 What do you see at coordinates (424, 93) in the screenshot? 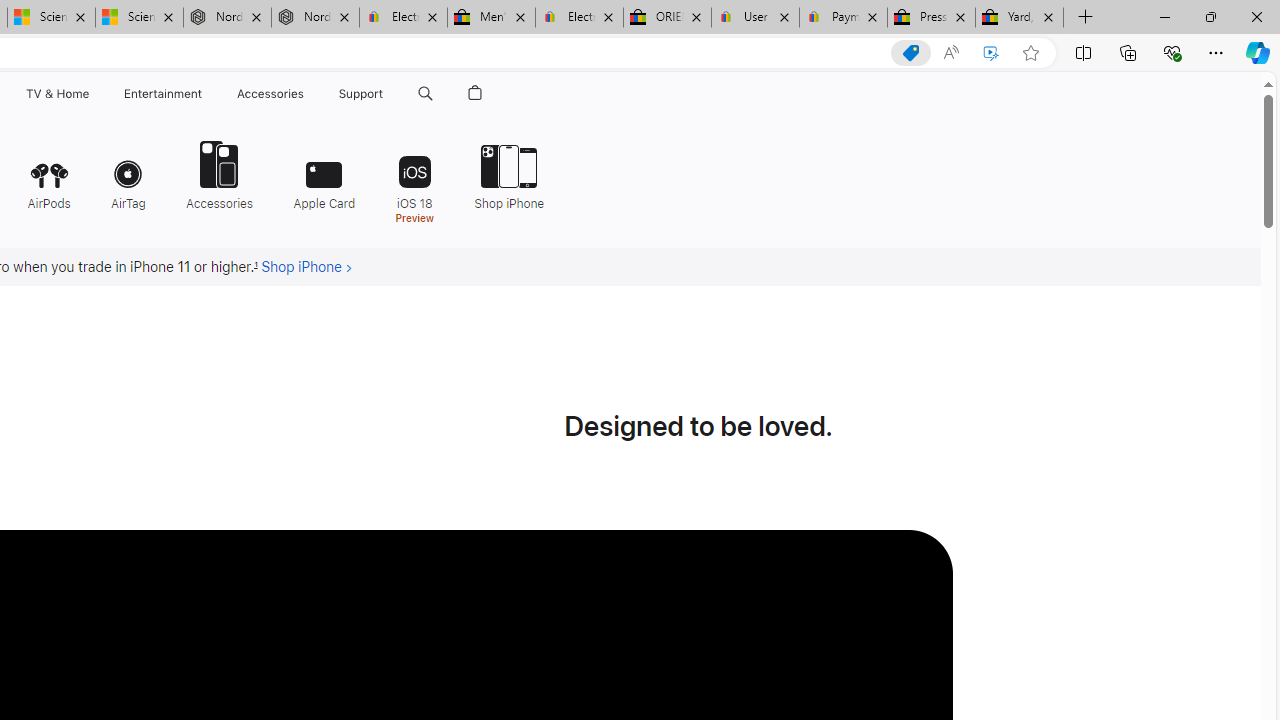
I see `'Class: globalnav-item globalnav-search shift-0-1'` at bounding box center [424, 93].